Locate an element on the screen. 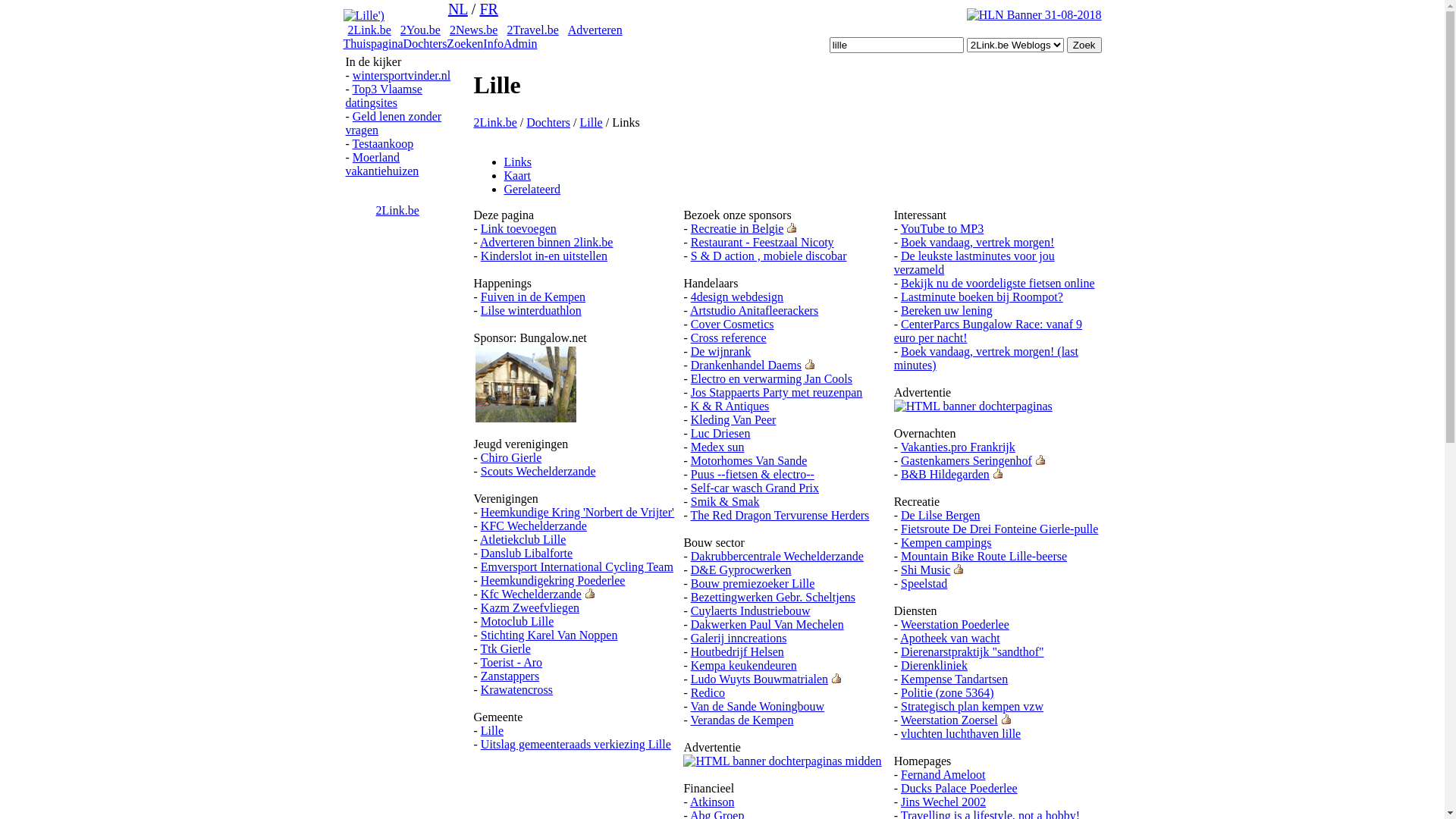 This screenshot has height=819, width=1456. 'Strategisch plan kempen vzw' is located at coordinates (971, 706).